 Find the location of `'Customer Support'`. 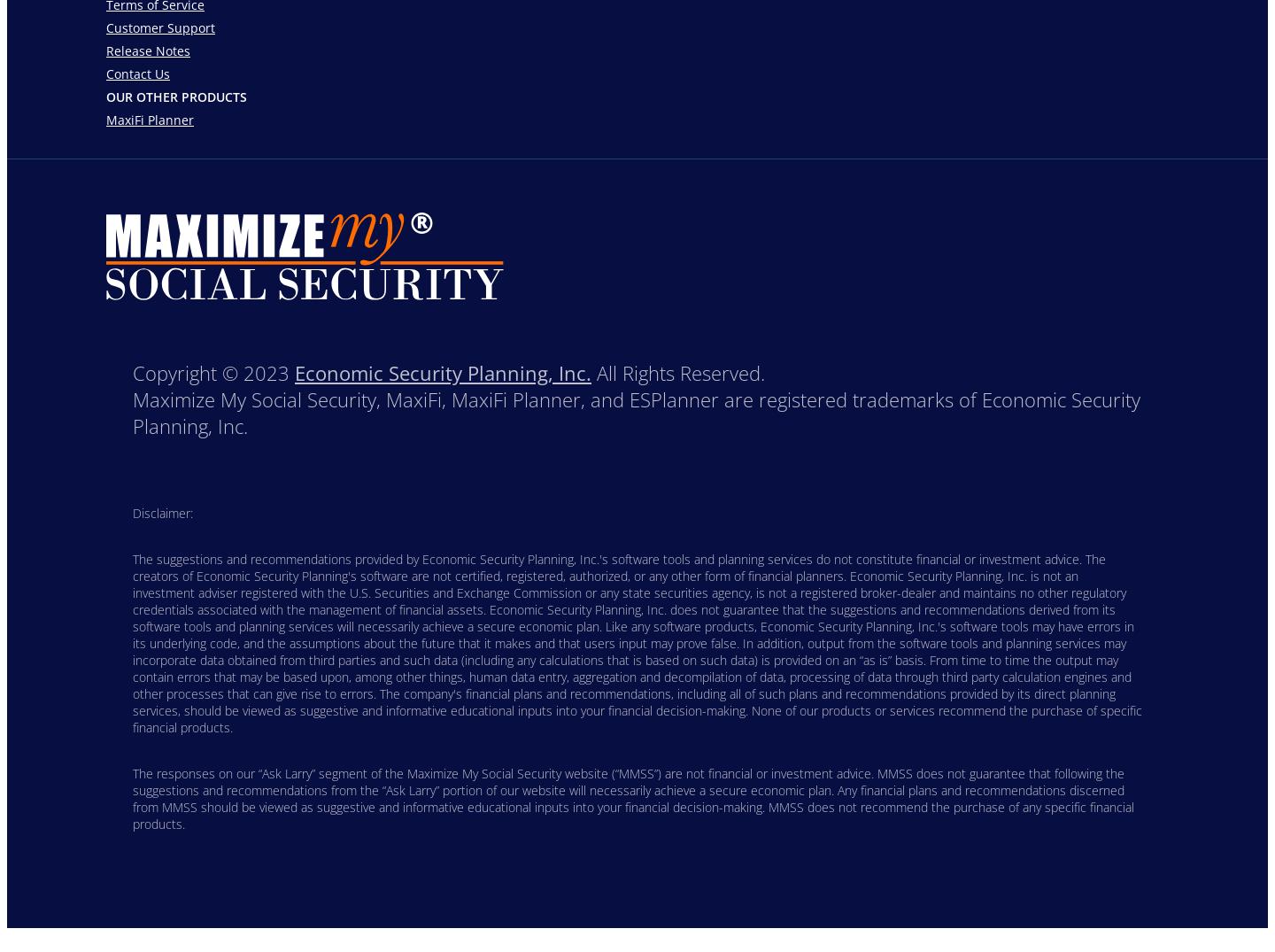

'Customer Support' is located at coordinates (160, 27).